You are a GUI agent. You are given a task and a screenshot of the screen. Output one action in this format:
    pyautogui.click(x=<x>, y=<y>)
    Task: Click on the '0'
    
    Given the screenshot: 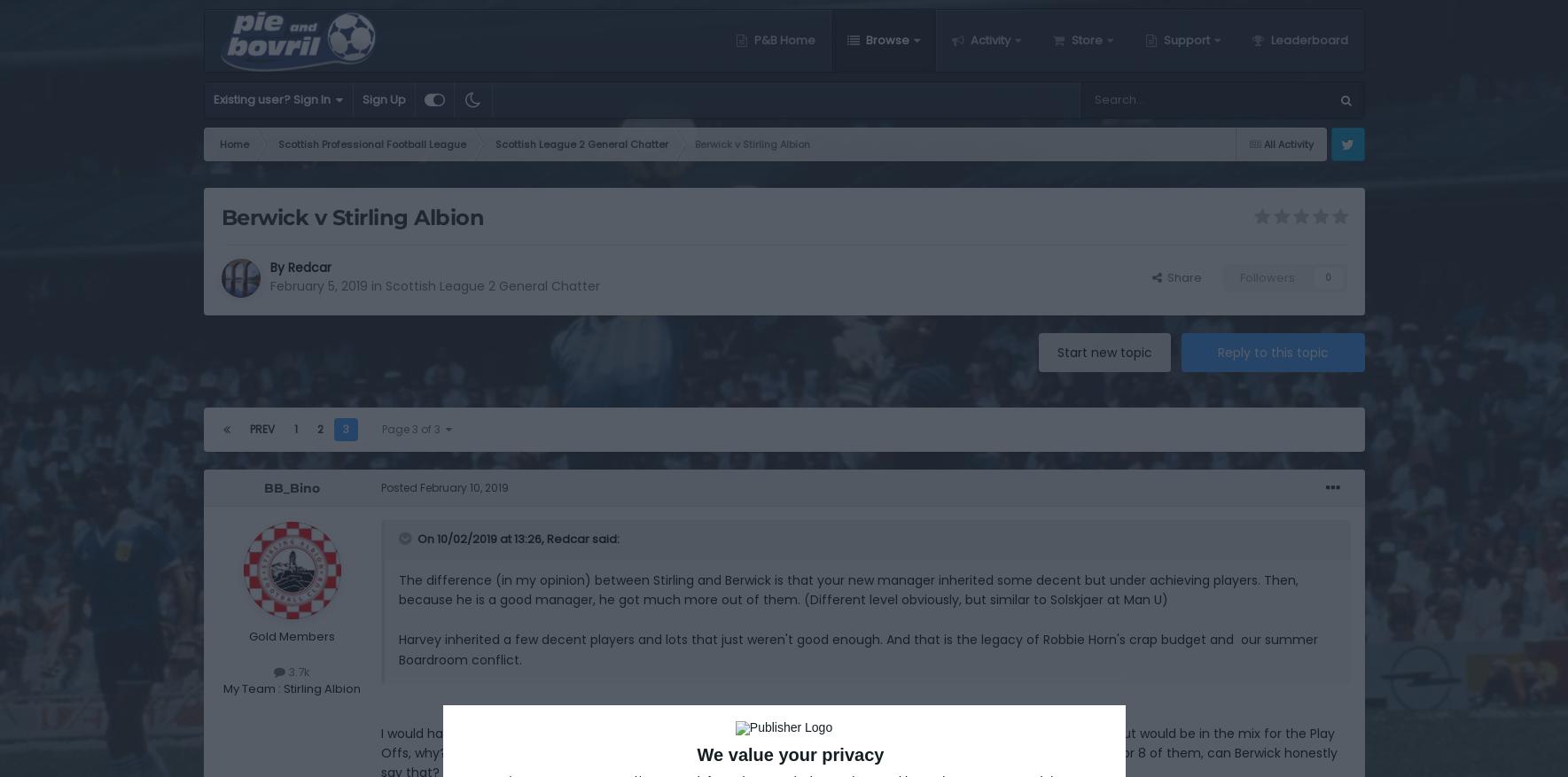 What is the action you would take?
    pyautogui.click(x=1327, y=276)
    